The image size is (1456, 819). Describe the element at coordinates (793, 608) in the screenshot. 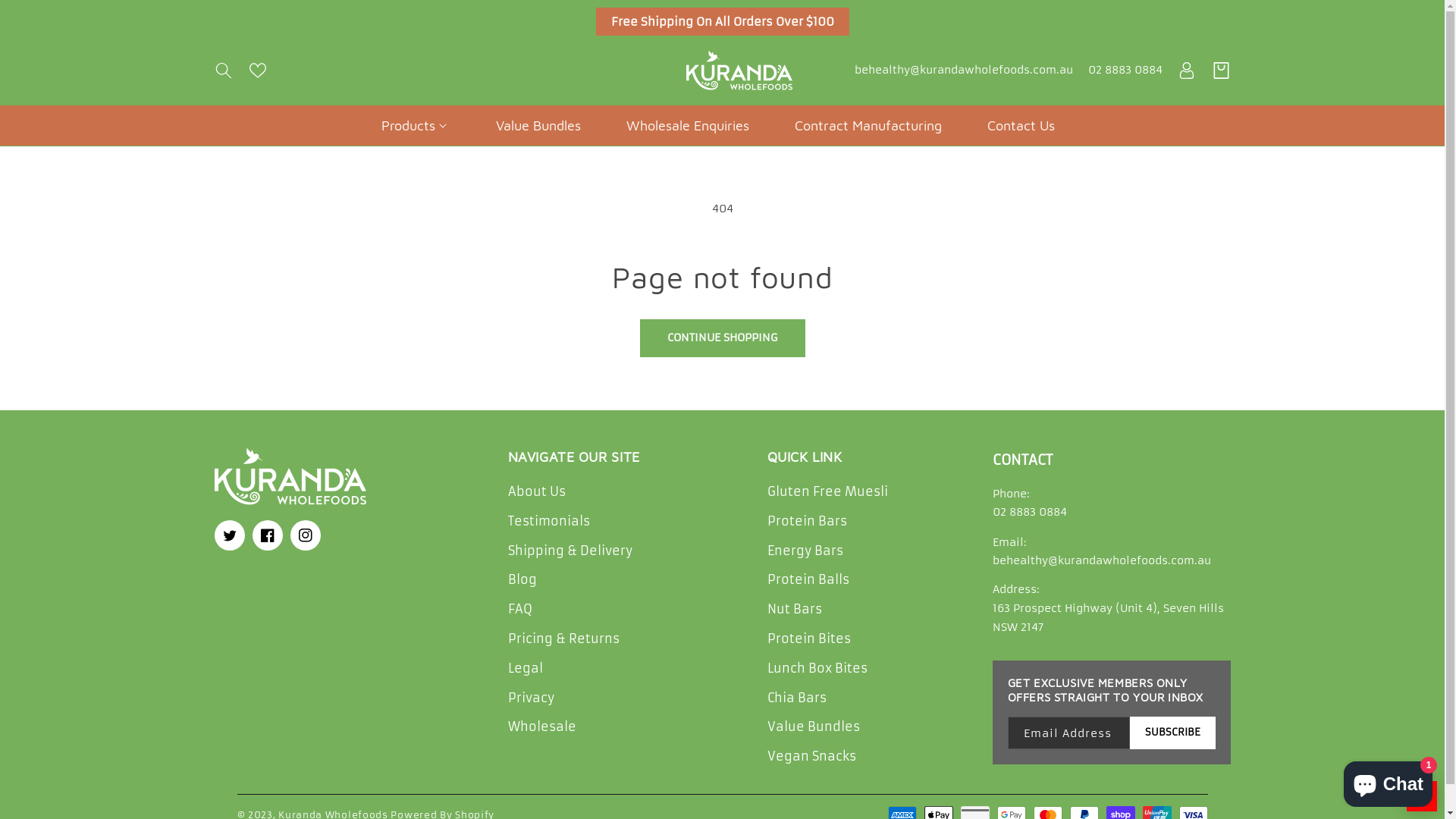

I see `'Nut Bars'` at that location.